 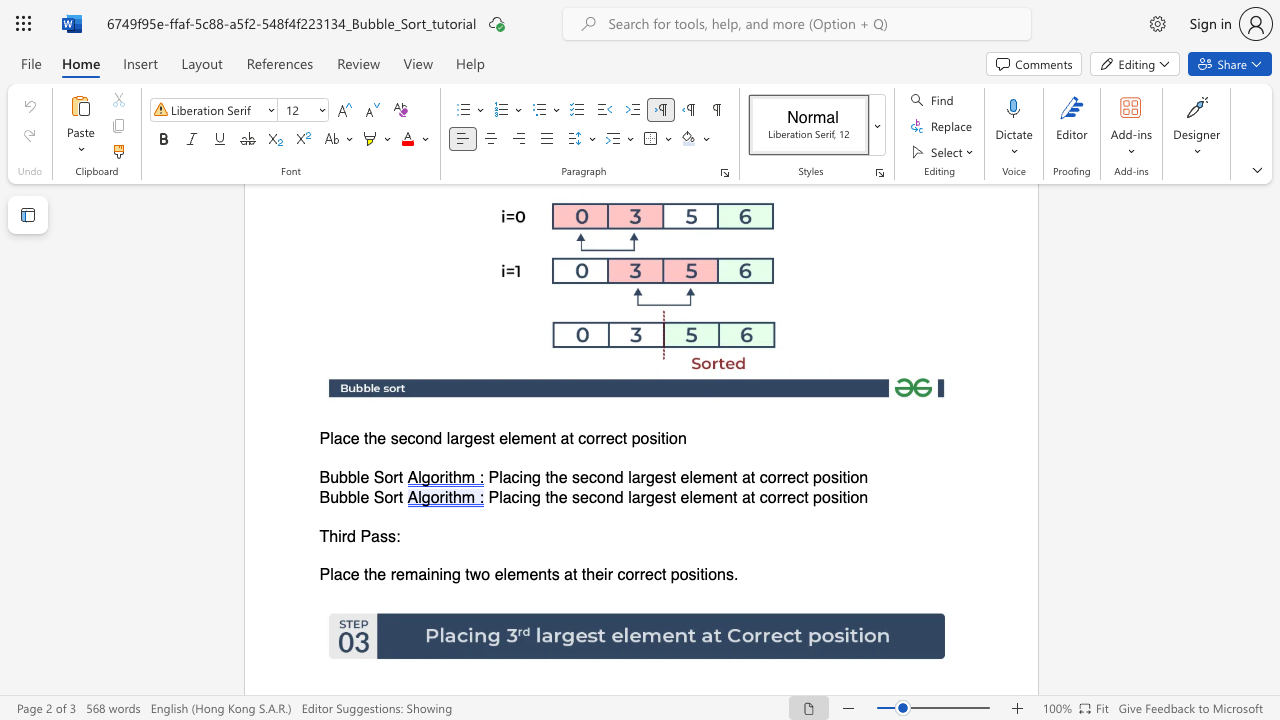 What do you see at coordinates (366, 438) in the screenshot?
I see `the 1th character "t" in the text` at bounding box center [366, 438].